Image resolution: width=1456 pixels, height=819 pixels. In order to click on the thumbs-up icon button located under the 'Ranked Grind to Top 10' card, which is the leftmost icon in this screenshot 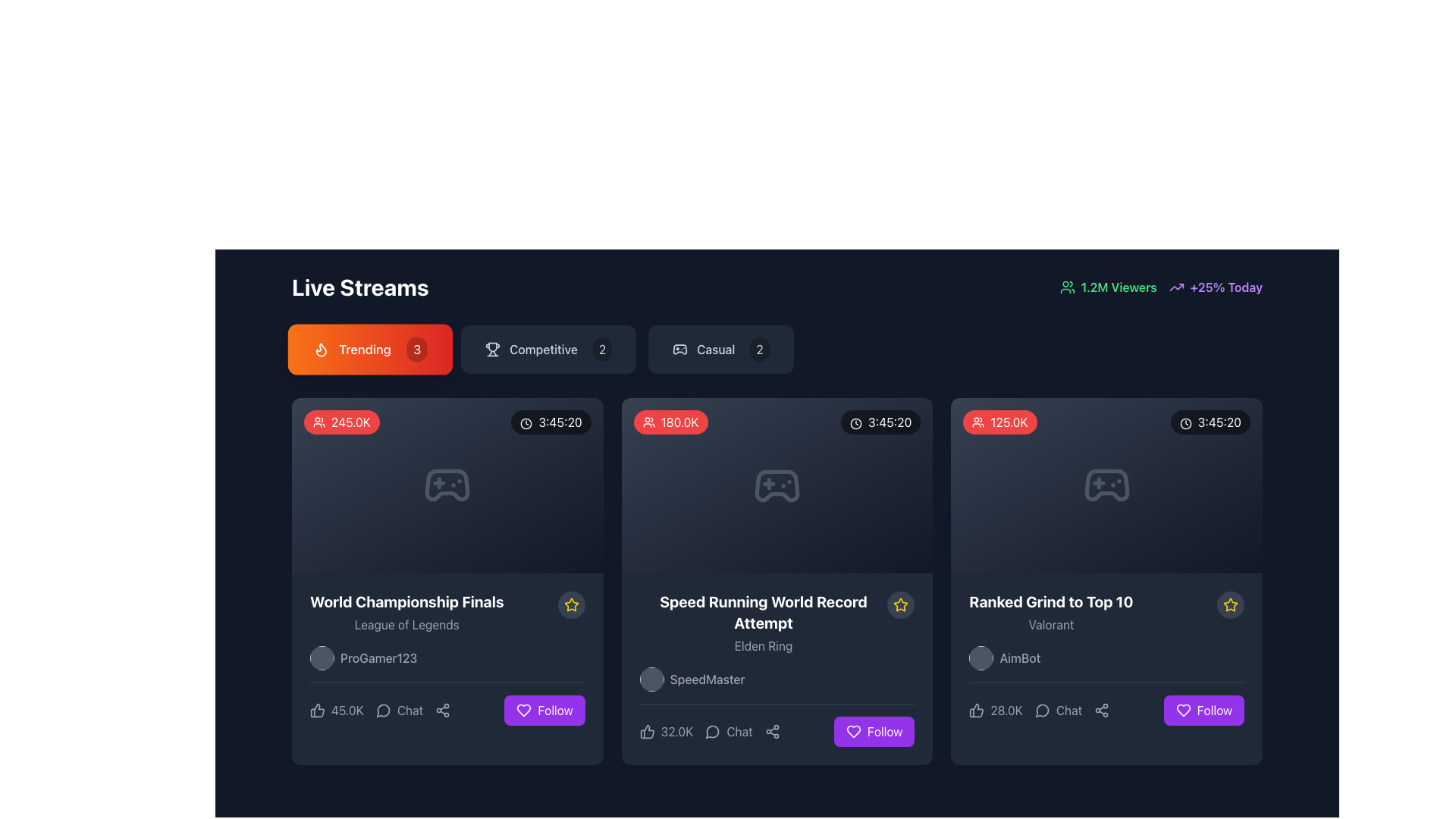, I will do `click(977, 711)`.